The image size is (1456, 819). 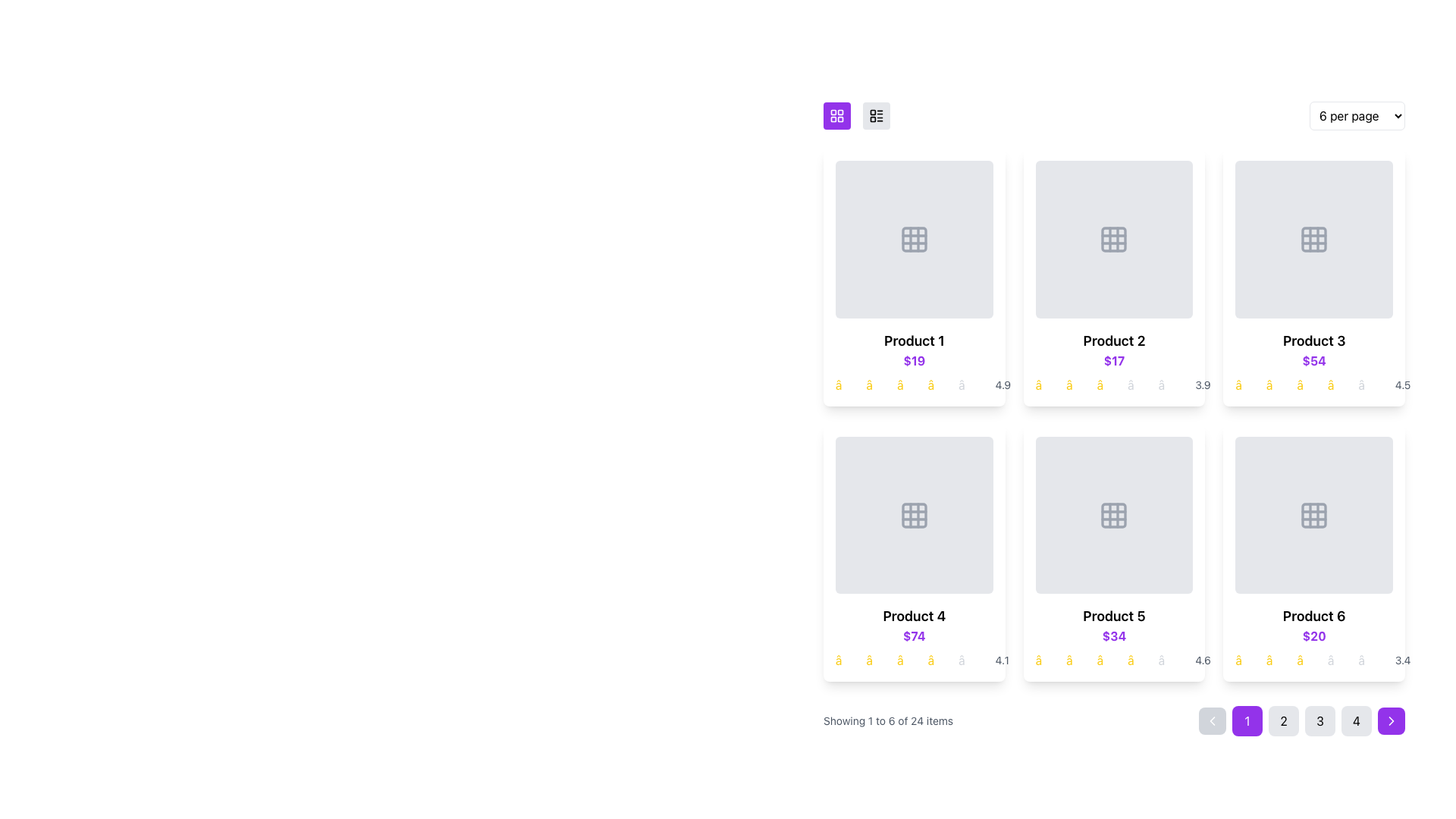 I want to click on the Product Card located in the first row and third column of the grid layout, so click(x=1313, y=277).